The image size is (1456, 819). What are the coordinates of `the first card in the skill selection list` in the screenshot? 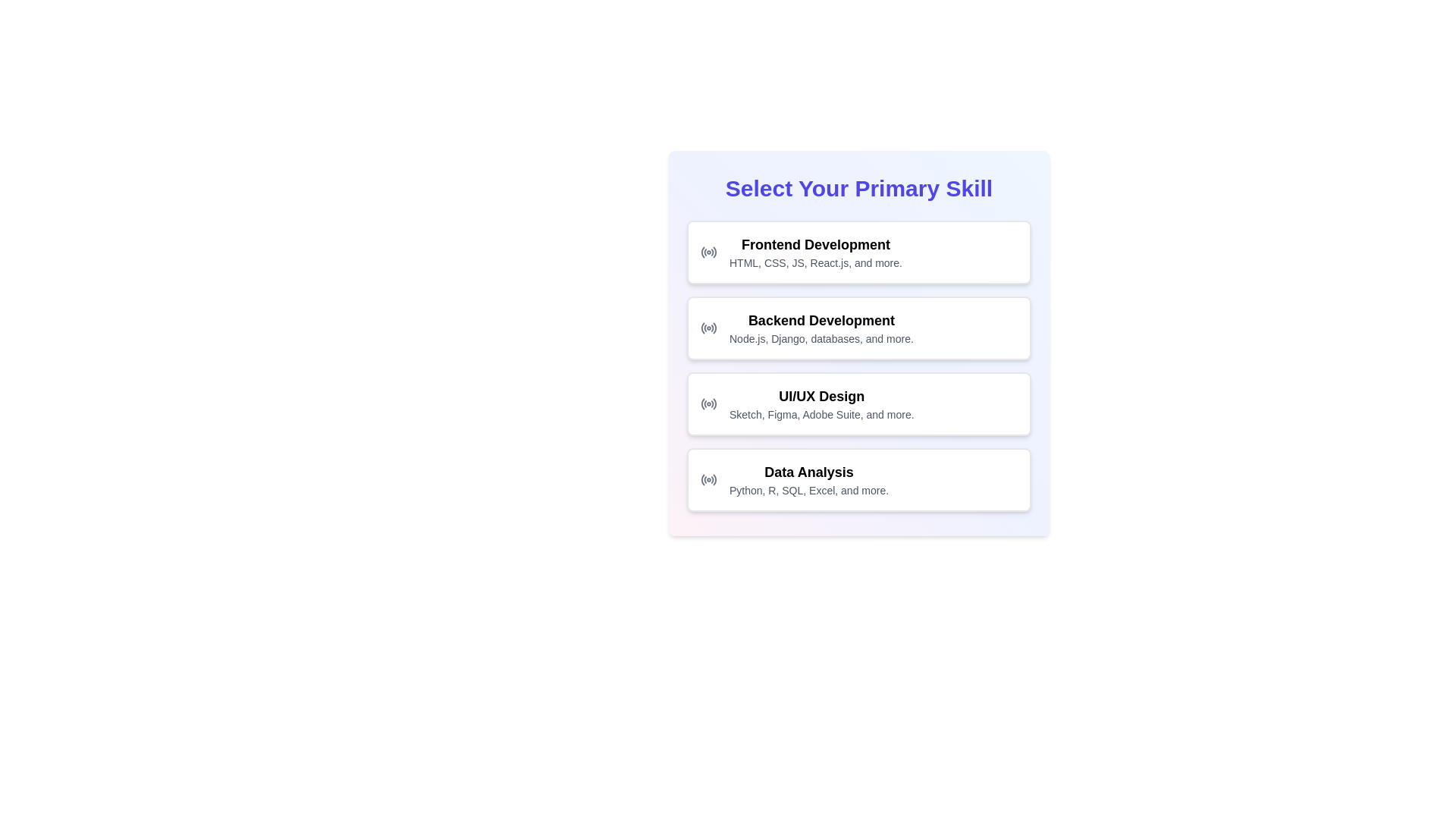 It's located at (814, 251).